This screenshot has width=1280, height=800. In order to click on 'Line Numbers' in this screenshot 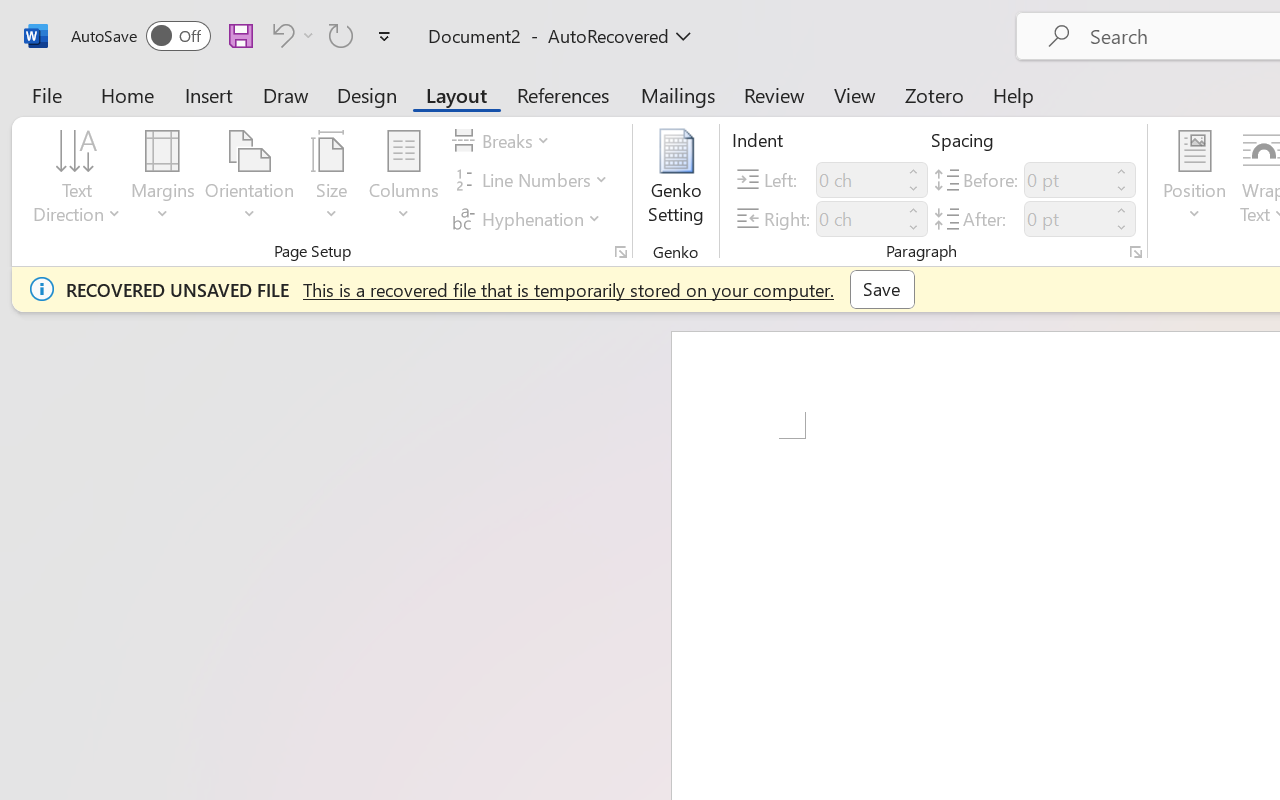, I will do `click(533, 179)`.